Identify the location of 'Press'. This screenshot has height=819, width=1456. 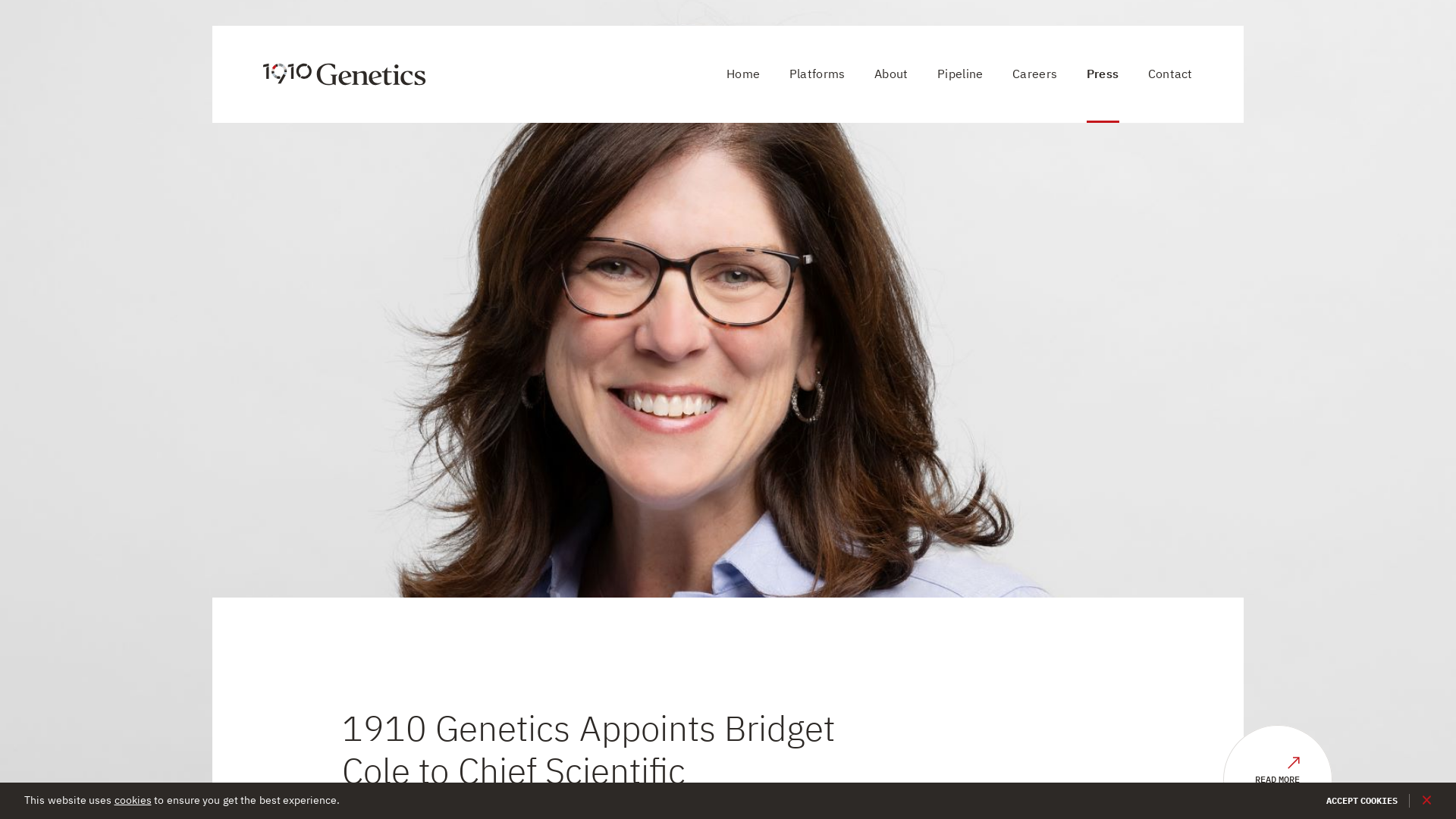
(1103, 74).